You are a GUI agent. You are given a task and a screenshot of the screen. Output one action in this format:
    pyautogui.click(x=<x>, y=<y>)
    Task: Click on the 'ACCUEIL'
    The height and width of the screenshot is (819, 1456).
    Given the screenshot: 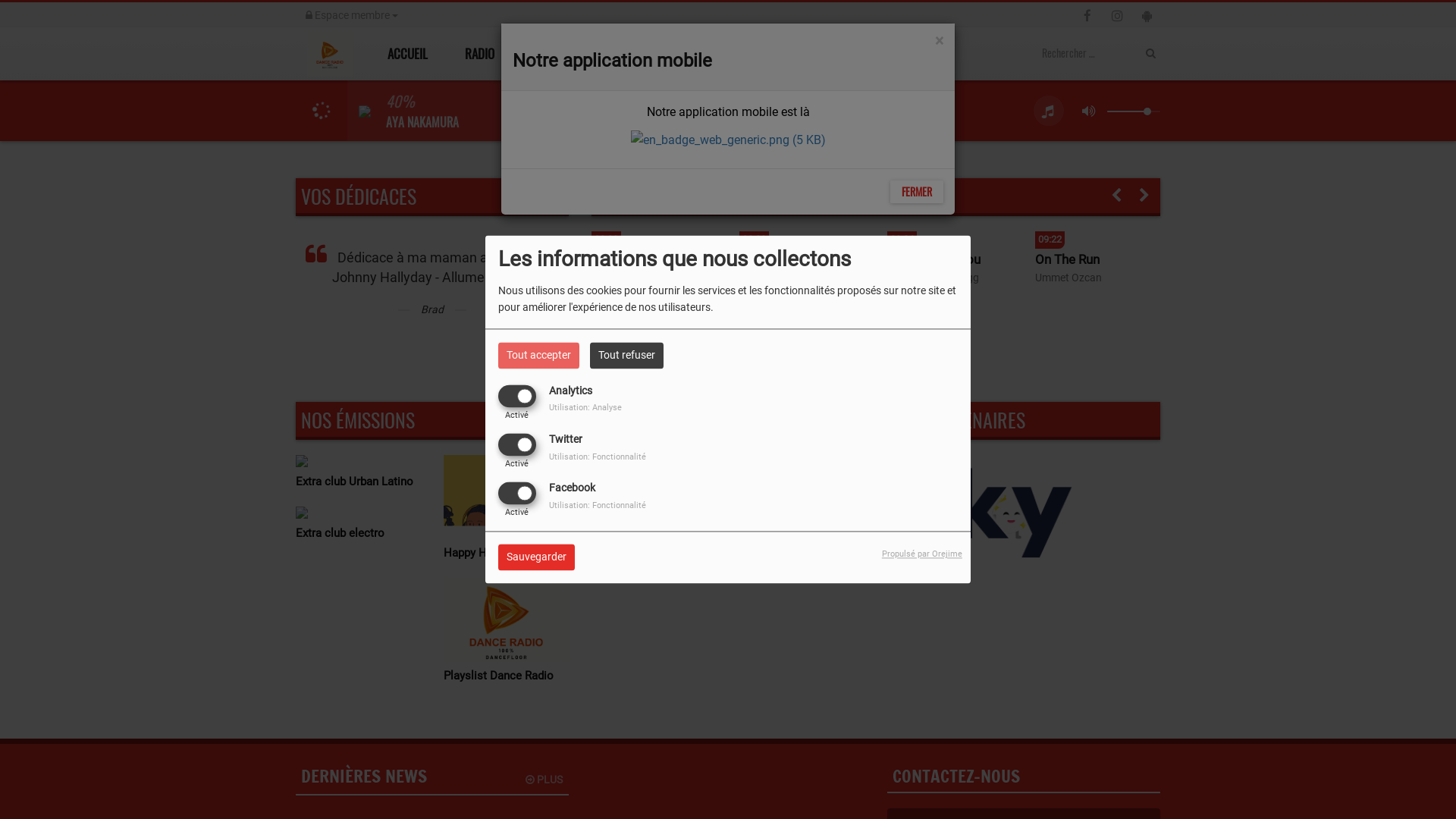 What is the action you would take?
    pyautogui.click(x=406, y=52)
    